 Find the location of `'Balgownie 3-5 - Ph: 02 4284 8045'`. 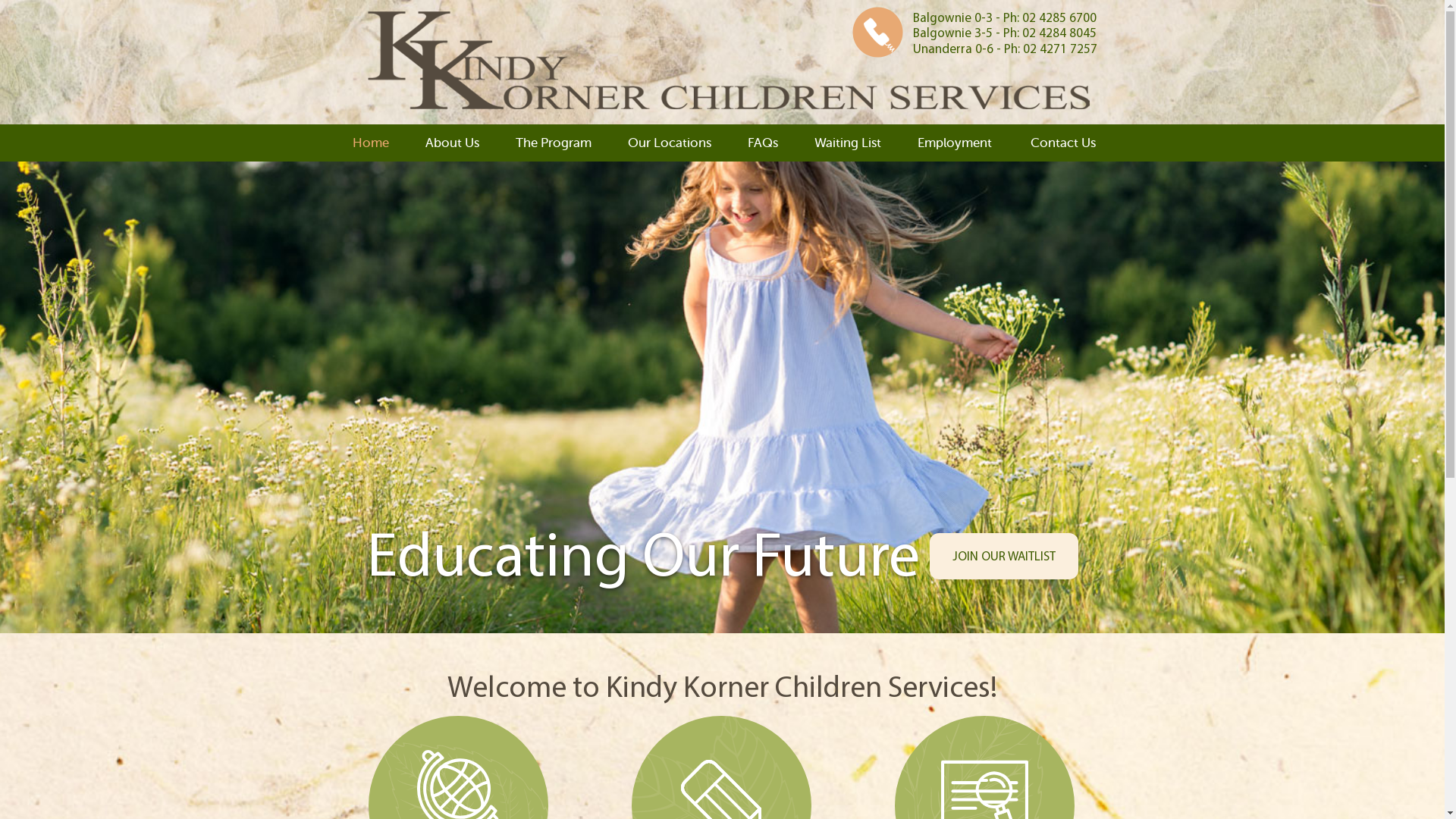

'Balgownie 3-5 - Ph: 02 4284 8045' is located at coordinates (1004, 33).